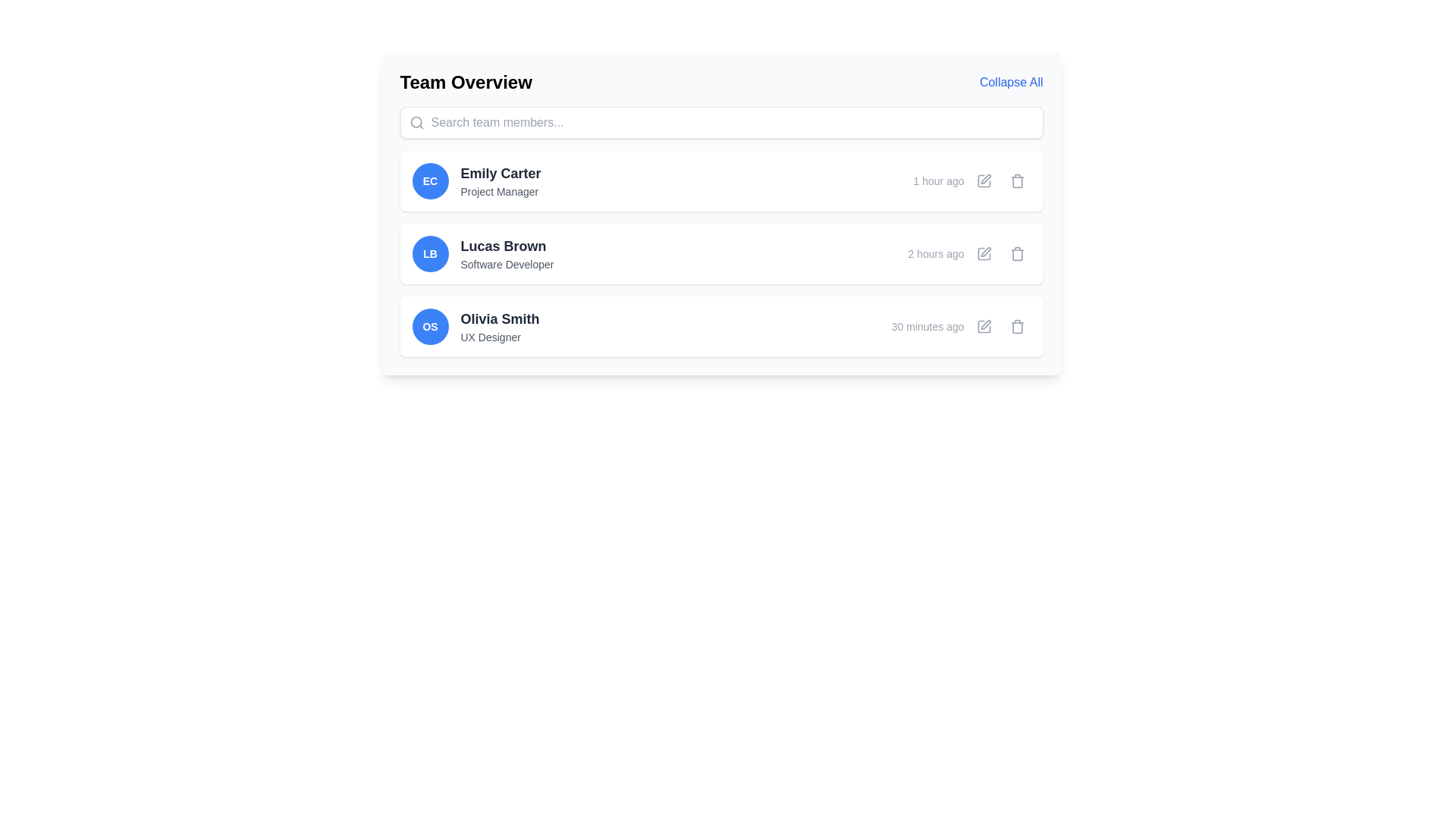 The image size is (1456, 819). I want to click on the avatar icon representing 'Lucas Brown' by moving the cursor to its center point, so click(429, 253).